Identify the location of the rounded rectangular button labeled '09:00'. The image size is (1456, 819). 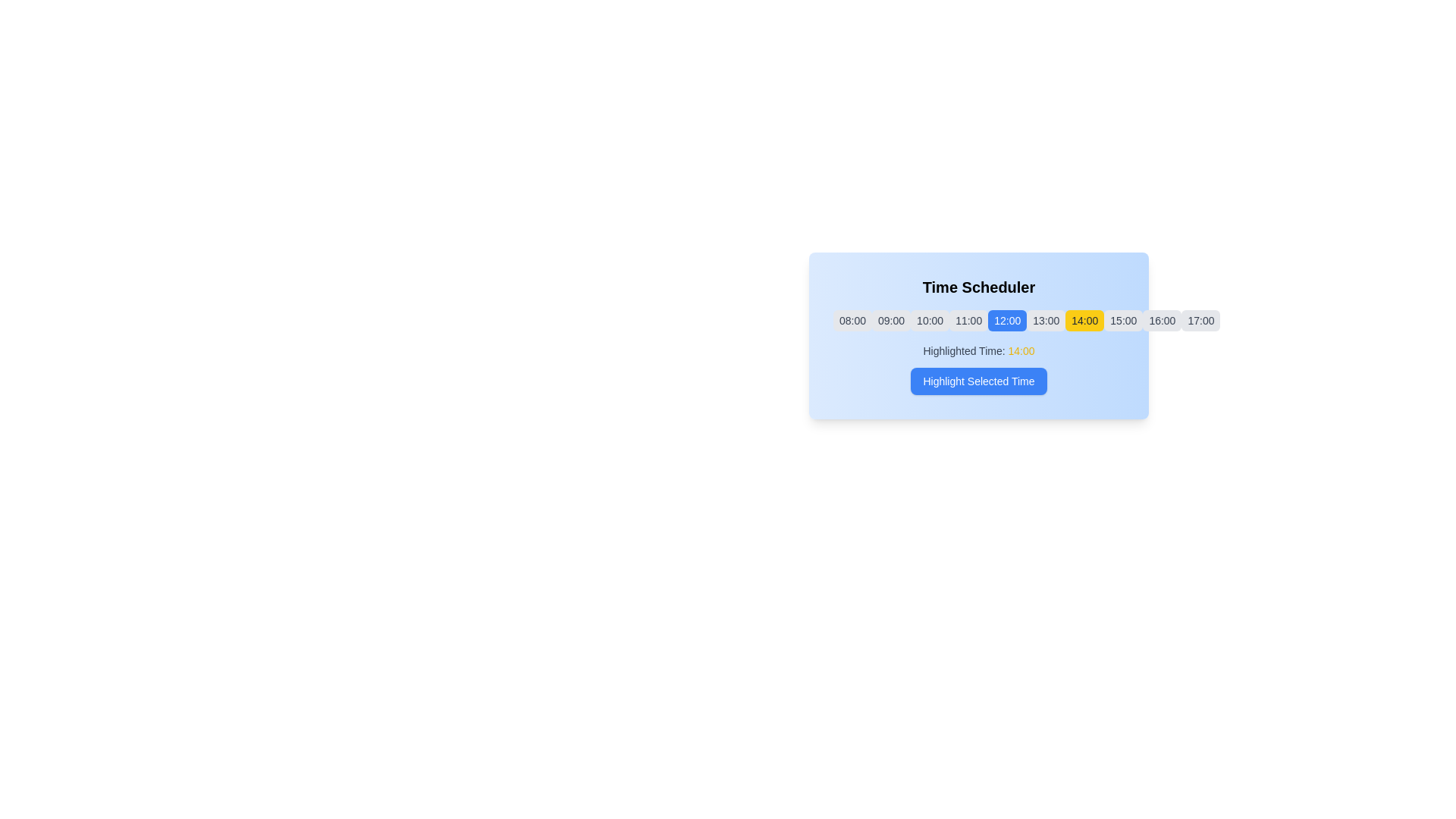
(891, 320).